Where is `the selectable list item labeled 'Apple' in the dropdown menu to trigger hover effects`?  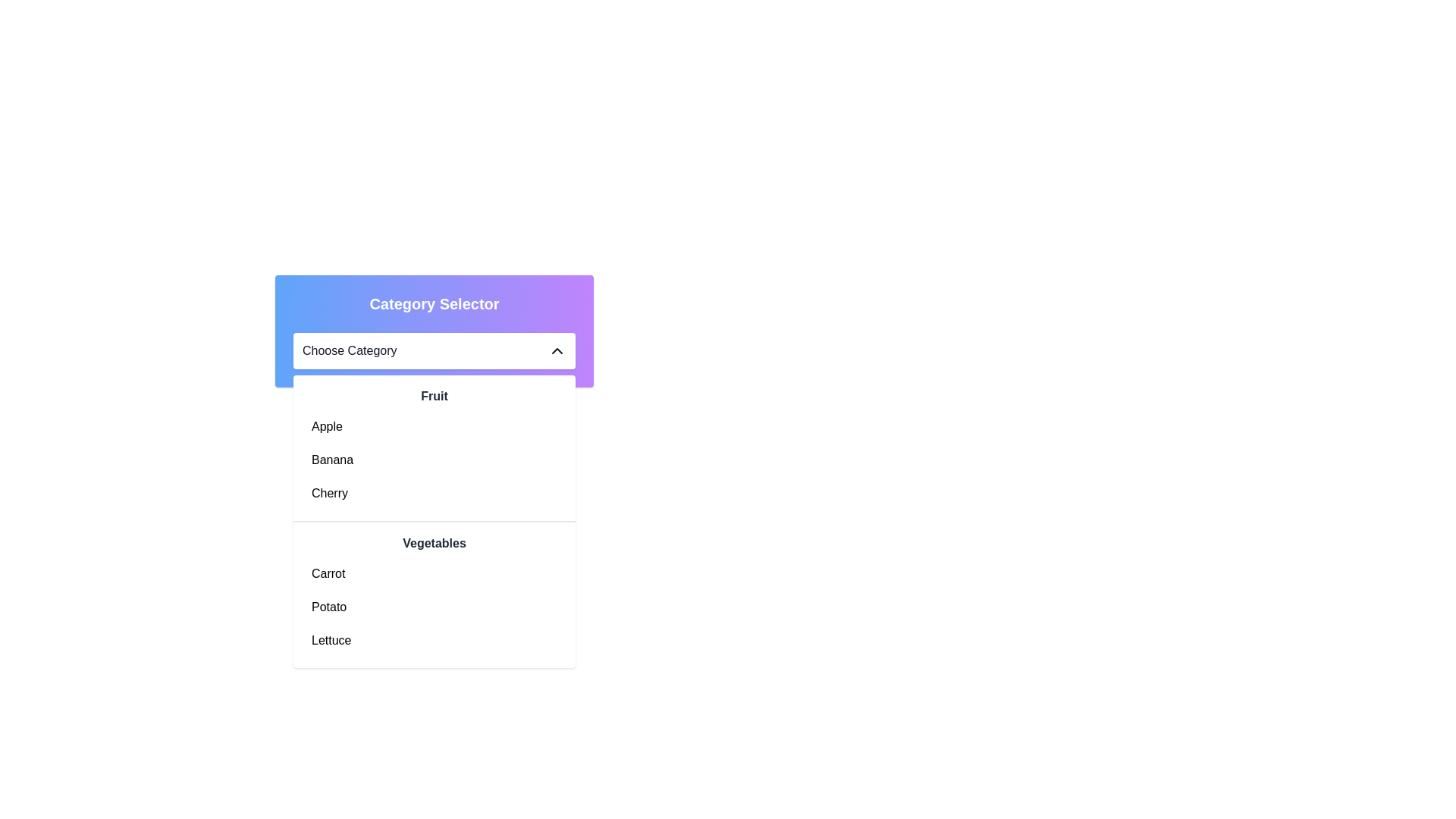 the selectable list item labeled 'Apple' in the dropdown menu to trigger hover effects is located at coordinates (433, 427).